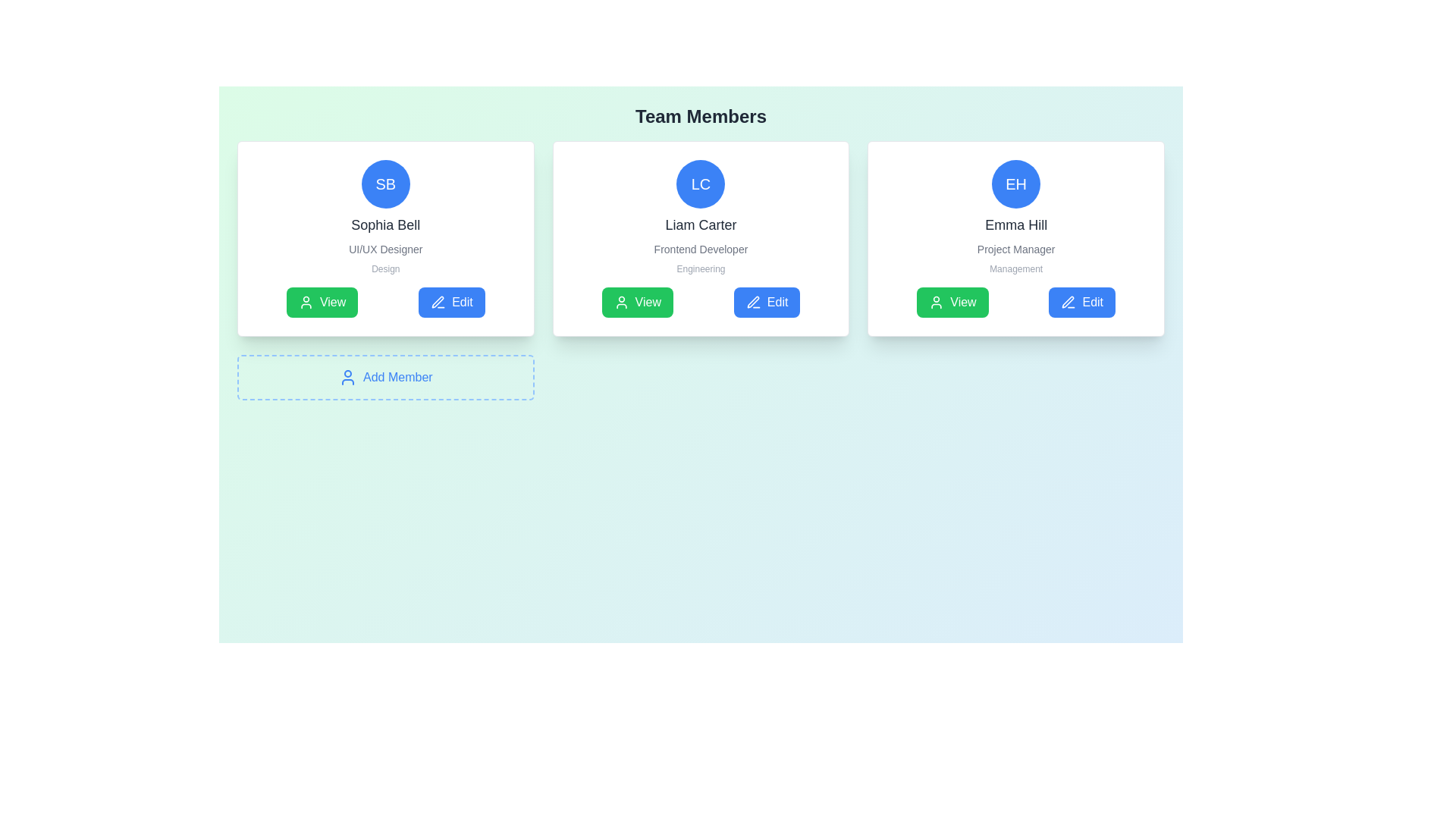 Image resolution: width=1456 pixels, height=819 pixels. What do you see at coordinates (385, 268) in the screenshot?
I see `the text 'Design' styled in small-sized gray text, located within Sophia Bell's profile card, underneath 'UI/UX Designer'` at bounding box center [385, 268].